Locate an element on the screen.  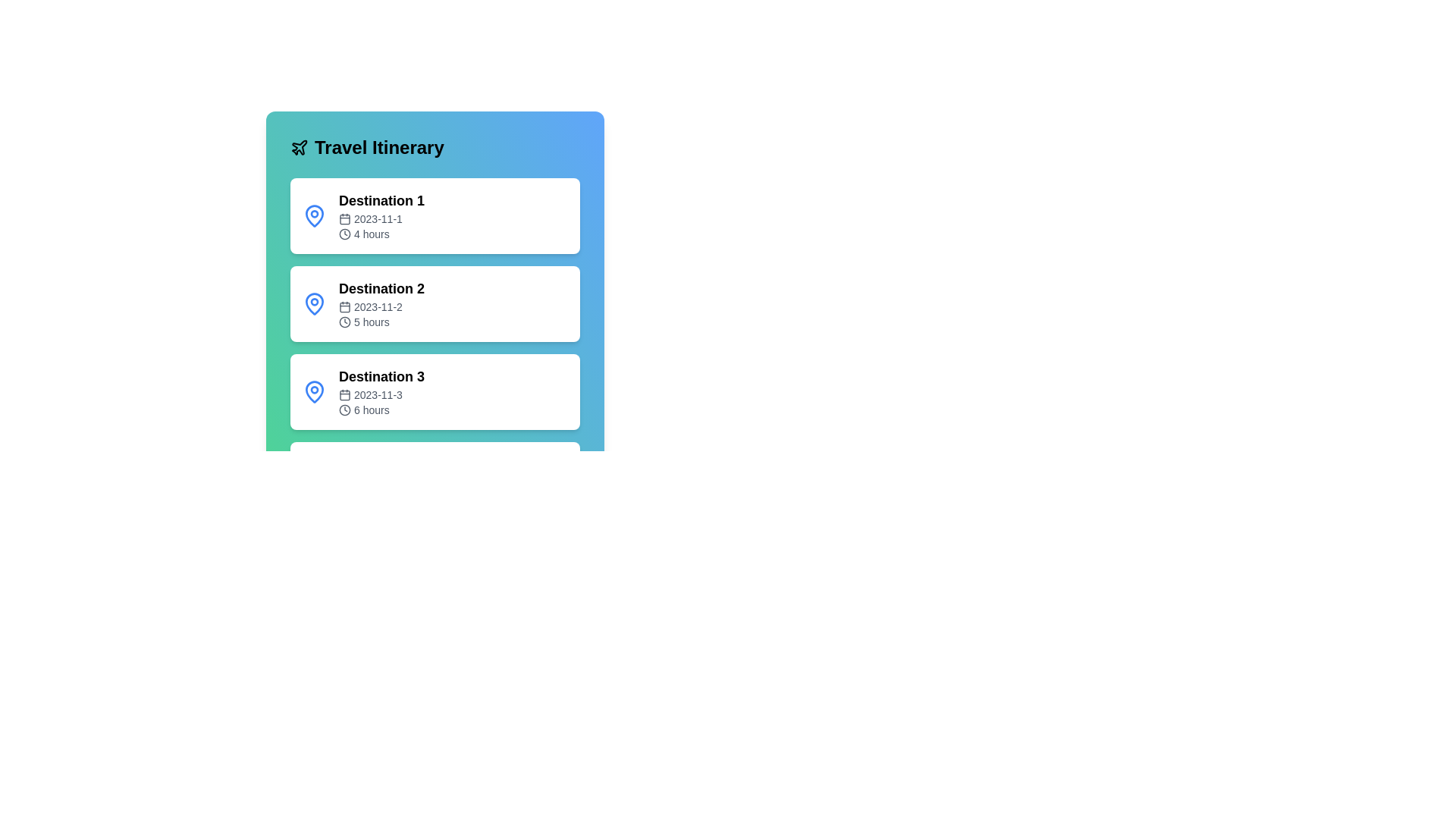
properties of the Text and icon pair that indicates the duration of activity for 'Destination 2', located beneath the date '2023-11-2' is located at coordinates (381, 321).